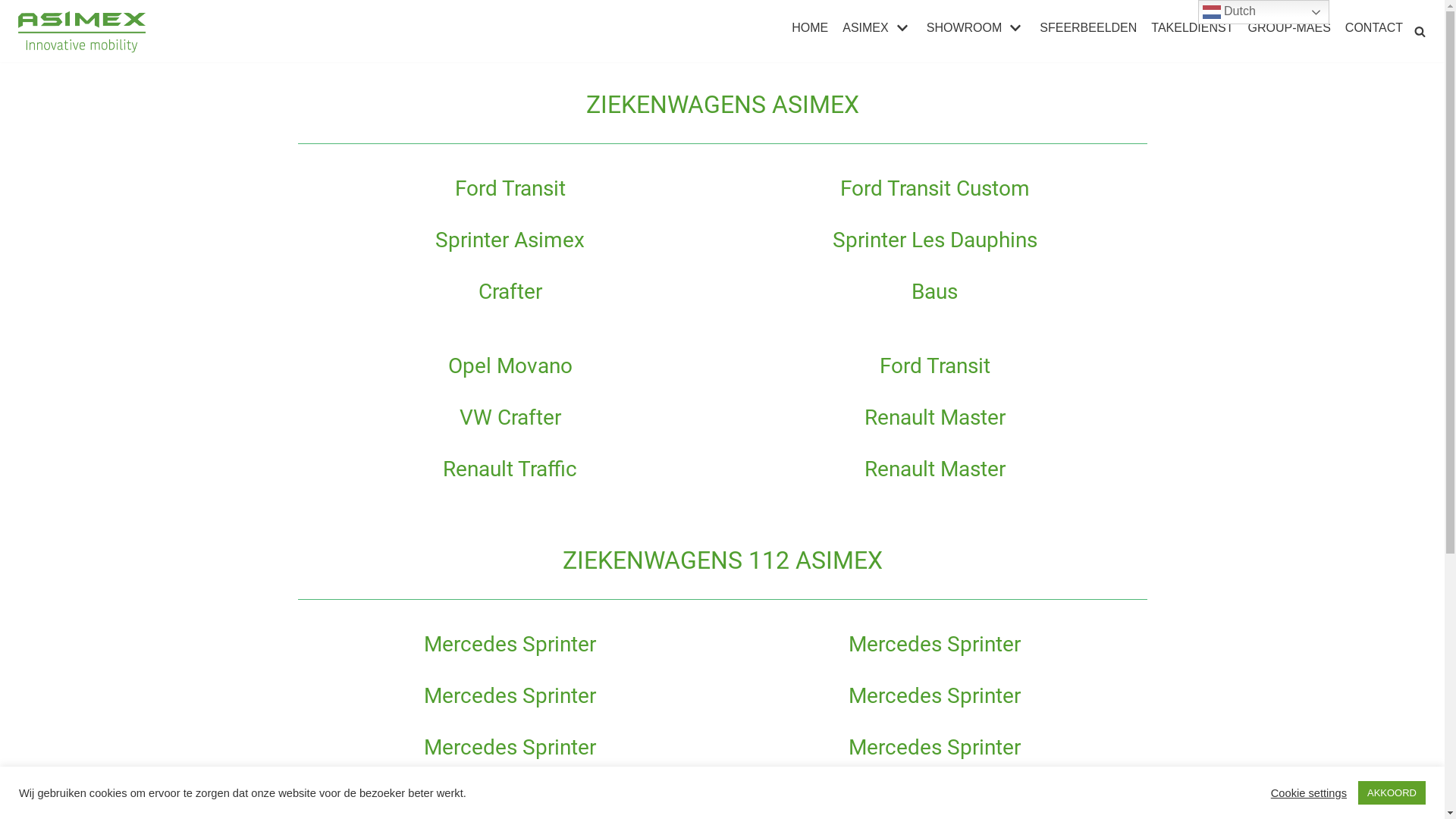  Describe the element at coordinates (83, 31) in the screenshot. I see `'ASIMEX - Innovative mobility'` at that location.